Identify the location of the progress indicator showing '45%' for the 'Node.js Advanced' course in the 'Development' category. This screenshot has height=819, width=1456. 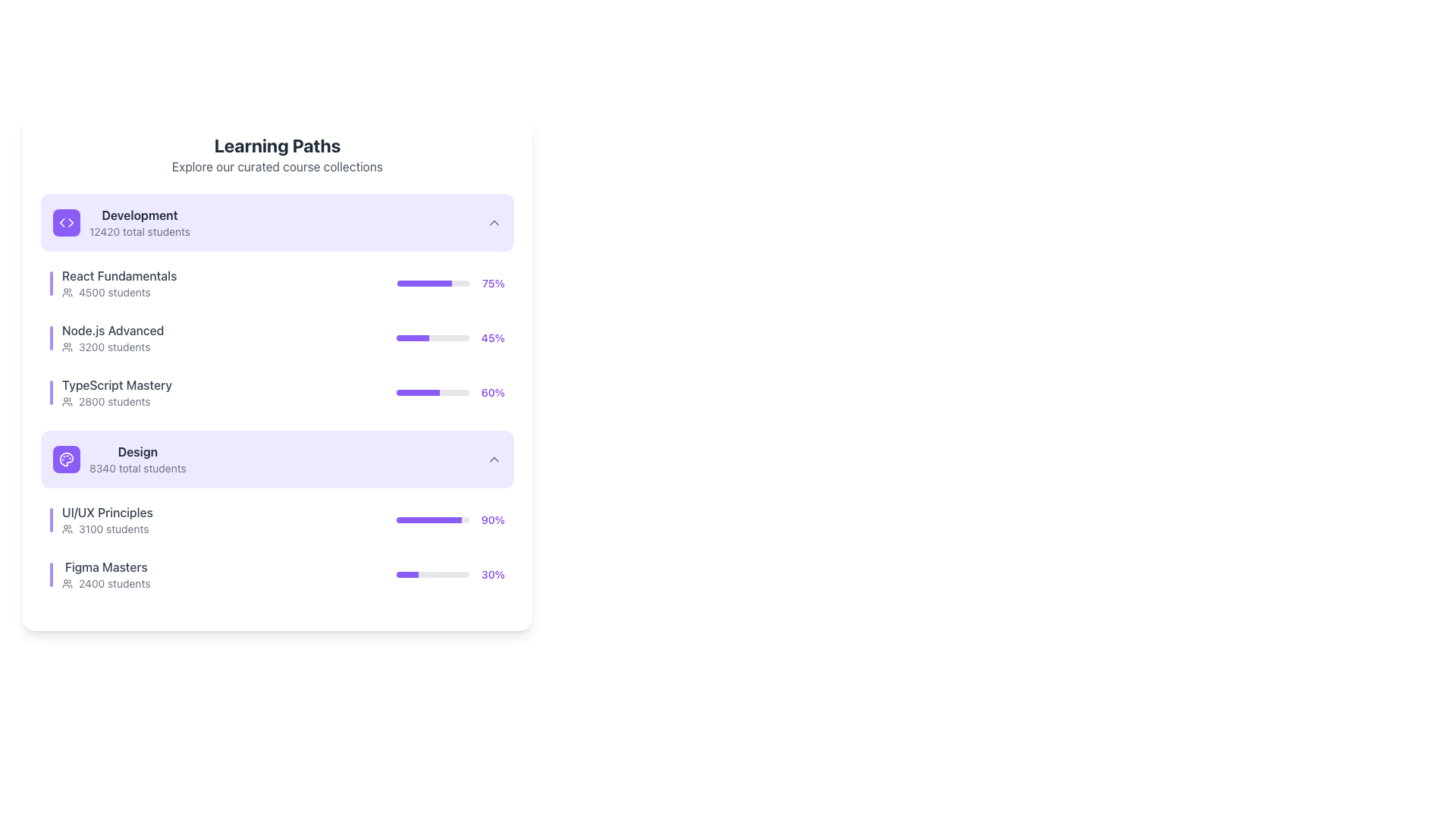
(450, 337).